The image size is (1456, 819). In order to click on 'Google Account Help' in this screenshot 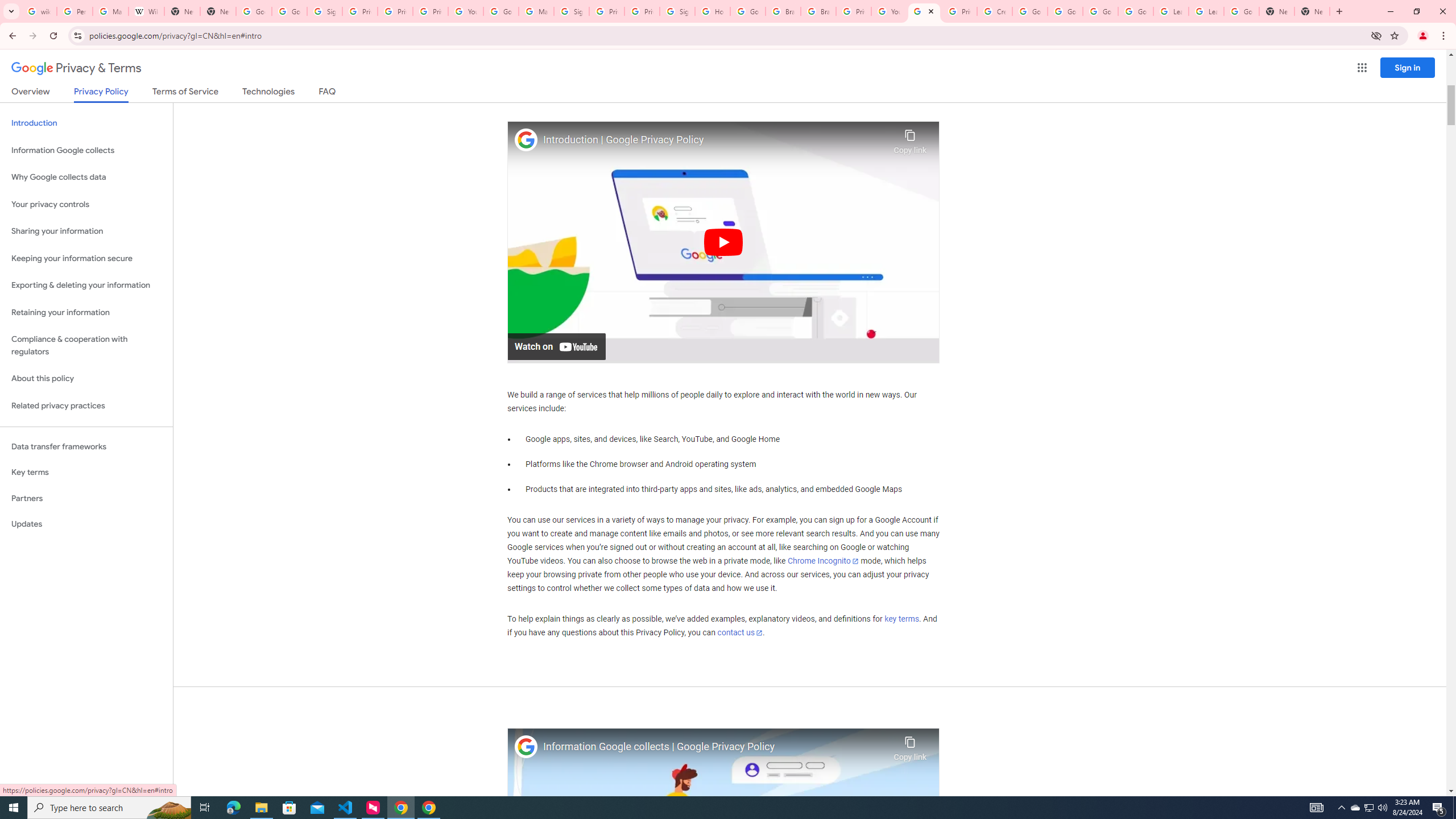, I will do `click(1064, 11)`.